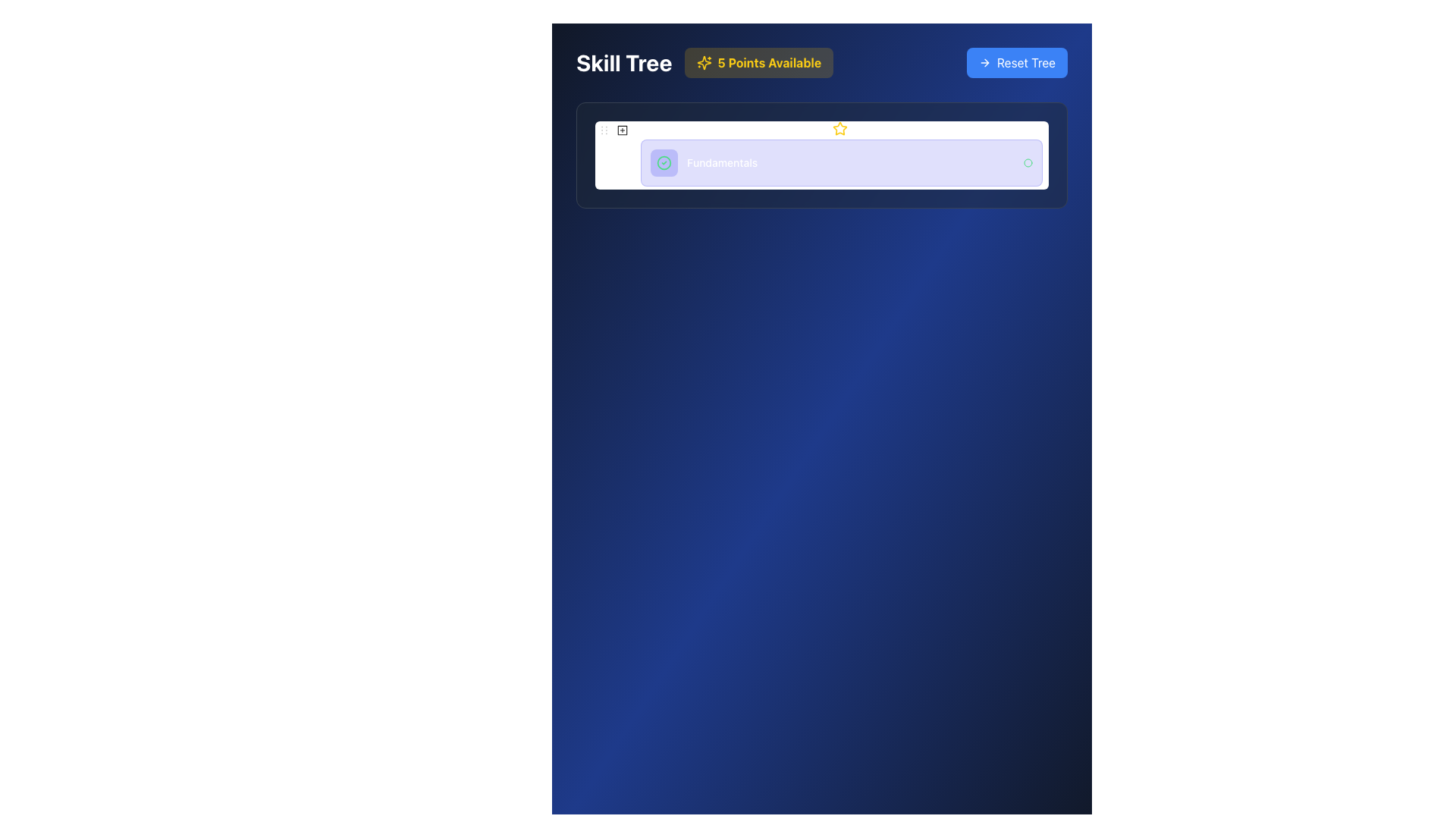 Image resolution: width=1456 pixels, height=819 pixels. I want to click on the decorative icon located in the top-center area of the interface, which is positioned next to a label and a button, serving to draw attention to its associated section, so click(703, 62).